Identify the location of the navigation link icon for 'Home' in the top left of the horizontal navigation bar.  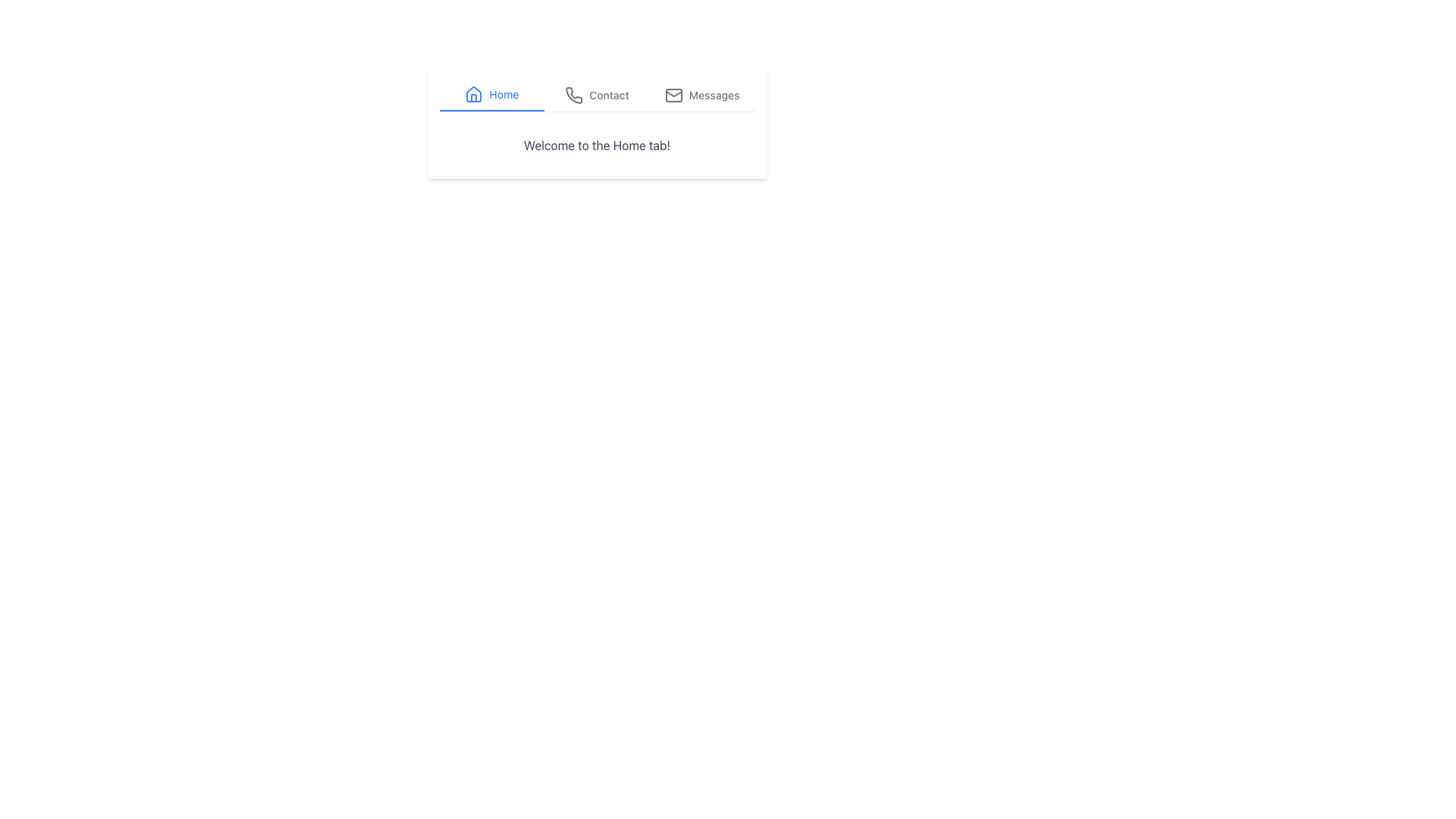
(491, 94).